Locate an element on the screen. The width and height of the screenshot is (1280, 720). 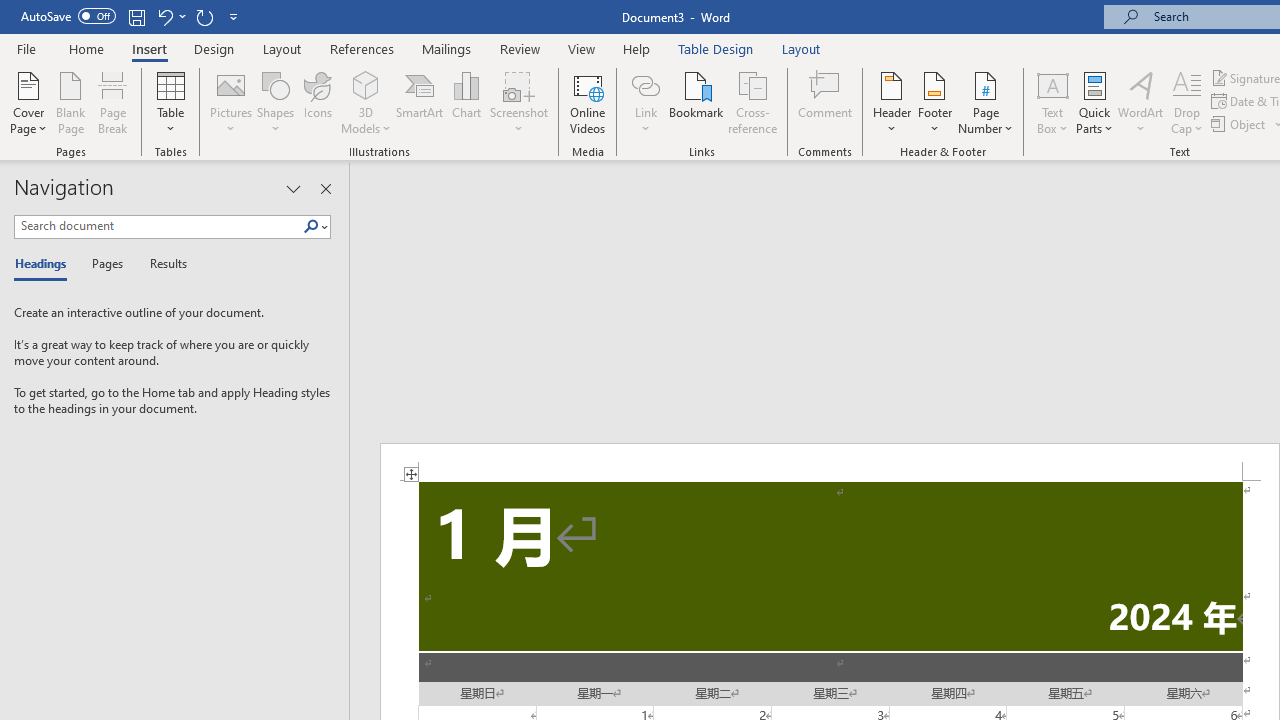
'Comment' is located at coordinates (825, 103).